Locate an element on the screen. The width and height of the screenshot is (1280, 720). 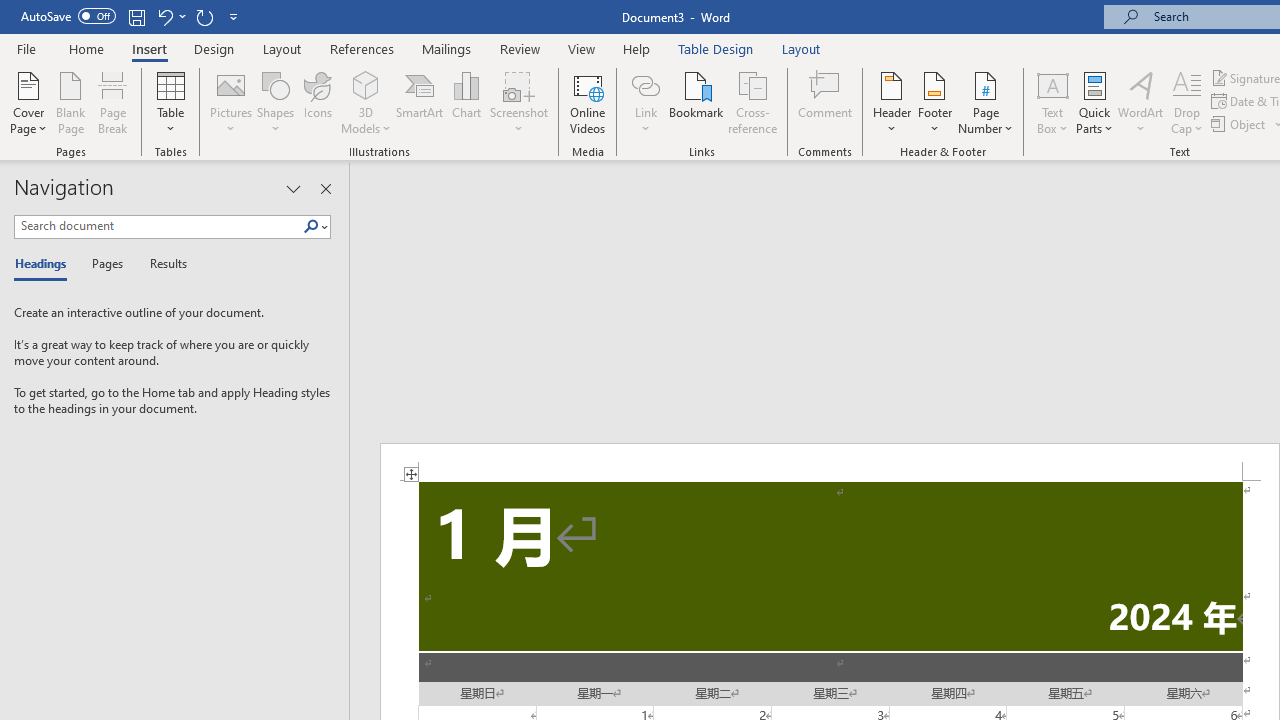
'Comment' is located at coordinates (825, 103).